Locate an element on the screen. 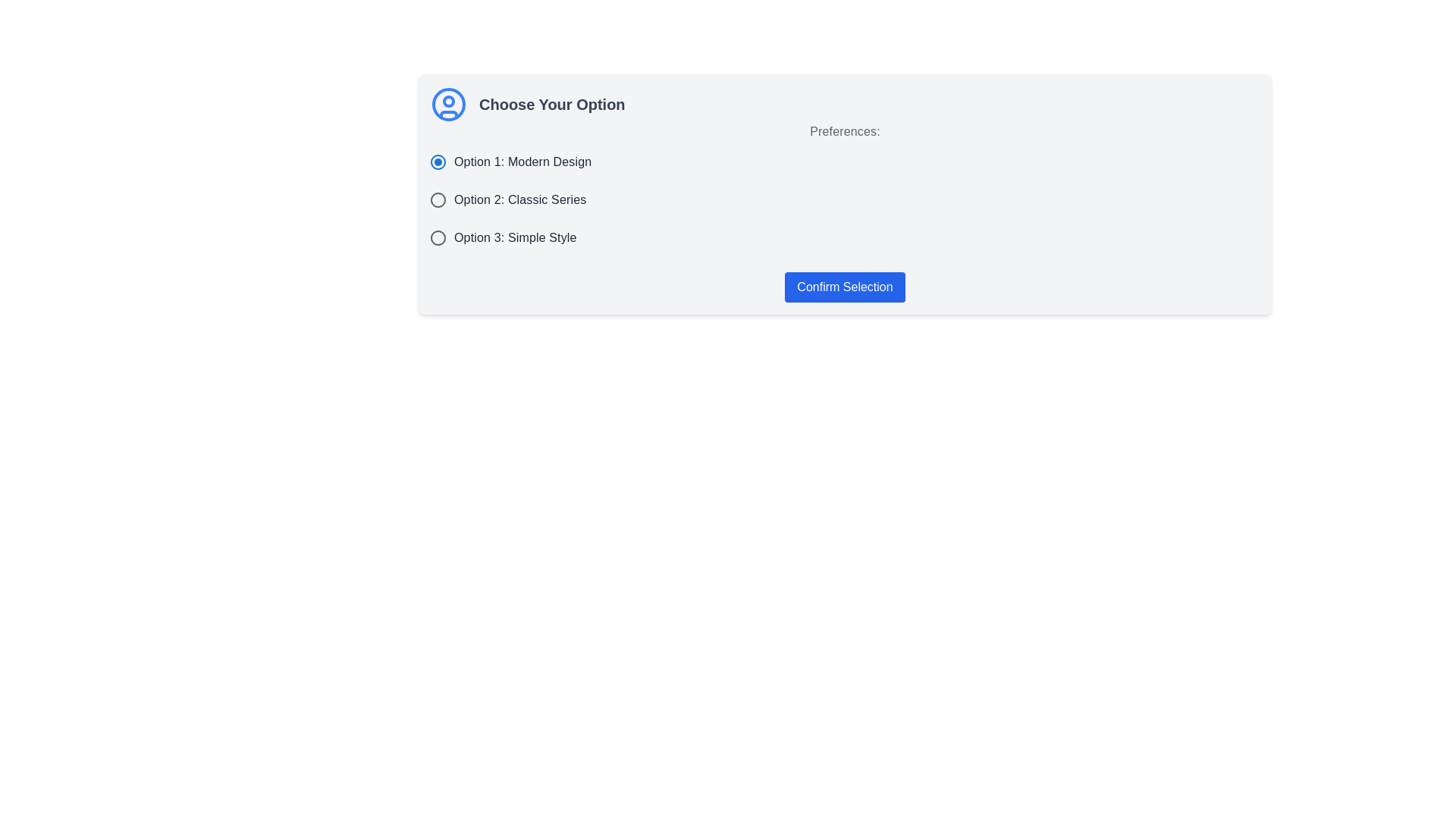  the largest circle in the user icon graphic located to the left of the text header 'Choose Your Option' is located at coordinates (447, 104).